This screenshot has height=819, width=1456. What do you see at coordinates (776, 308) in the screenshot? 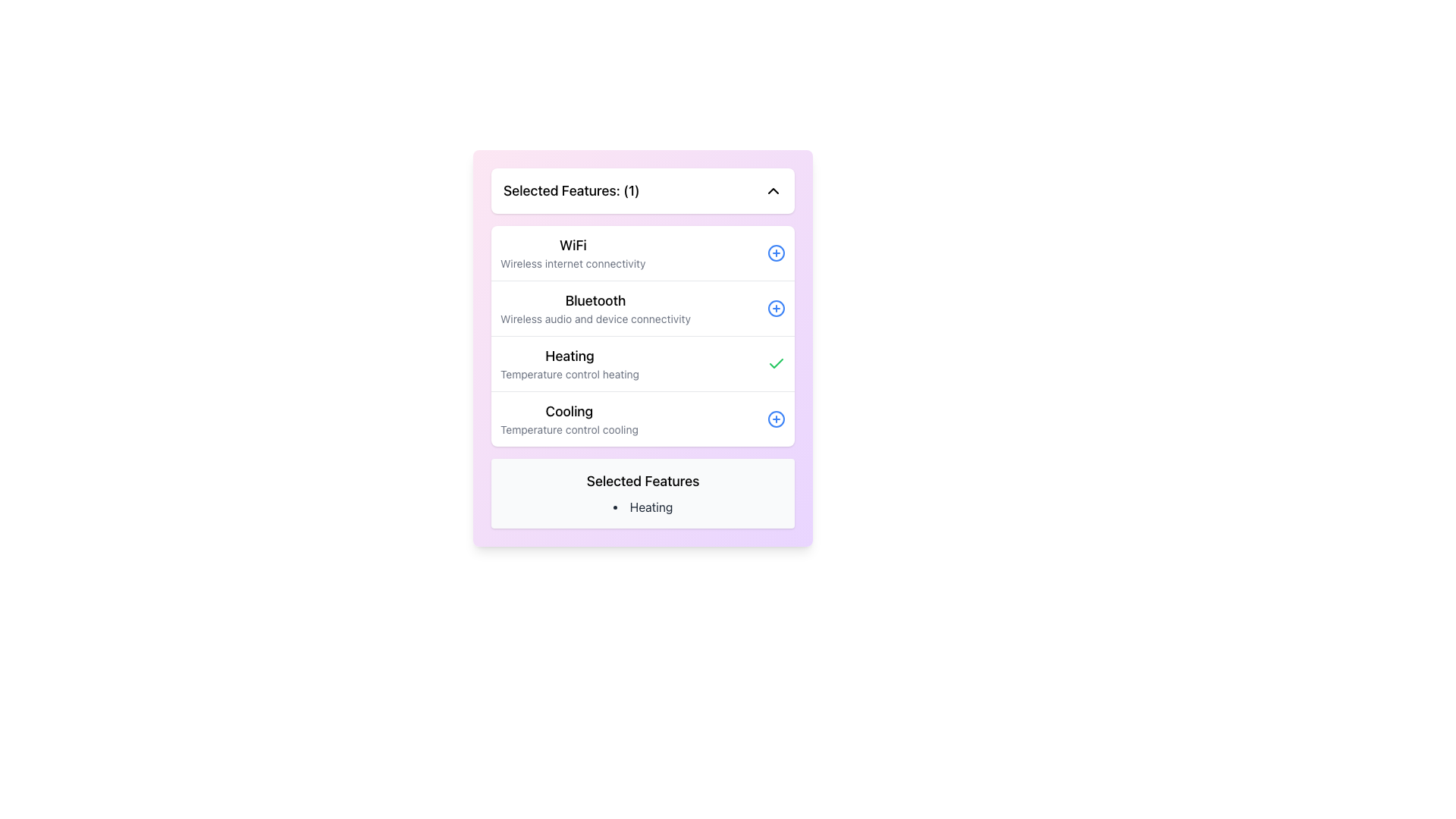
I see `the circular graphic element located in the Bluetooth feature row towards the right side of the card` at bounding box center [776, 308].